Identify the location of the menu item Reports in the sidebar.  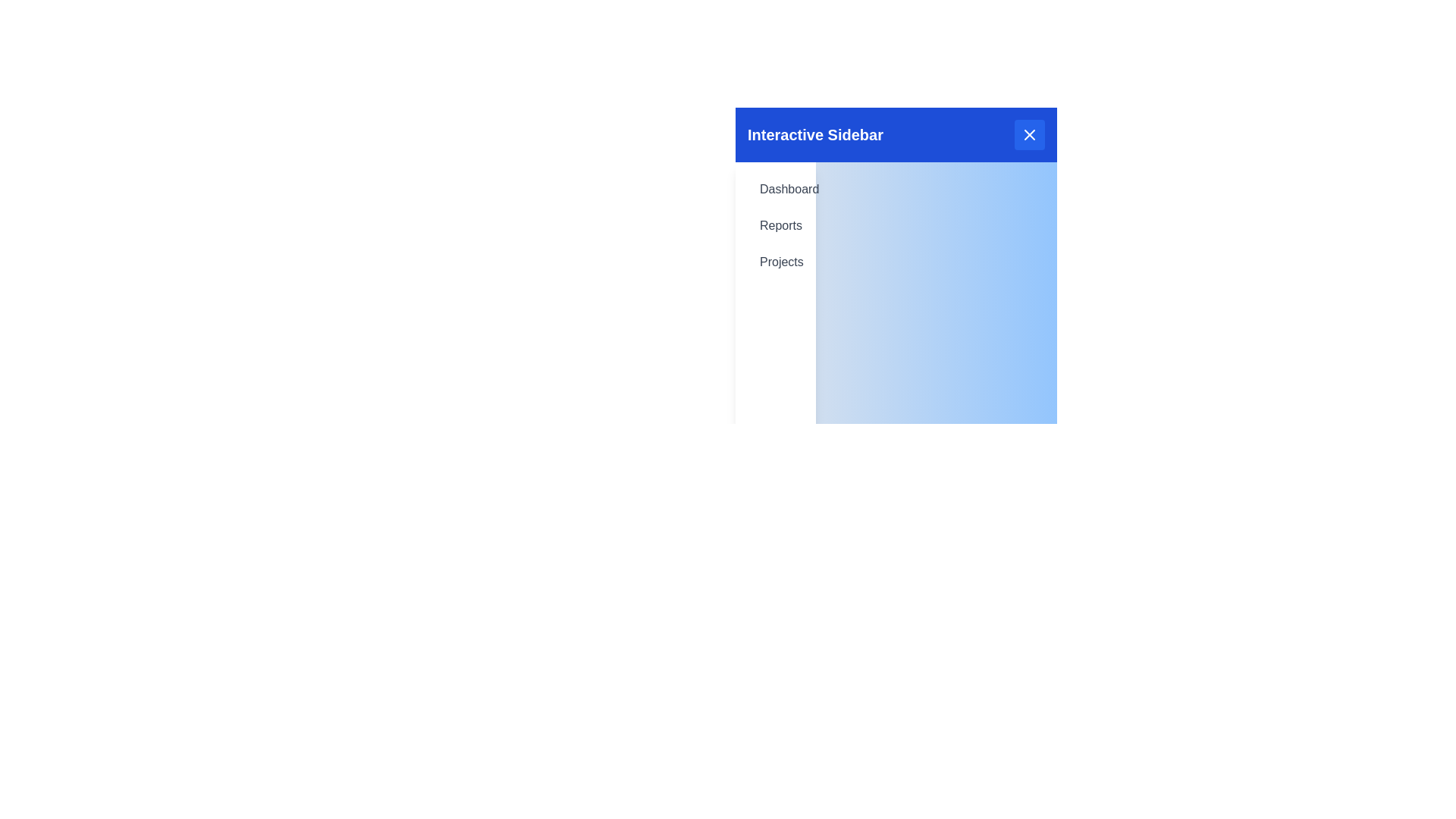
(775, 225).